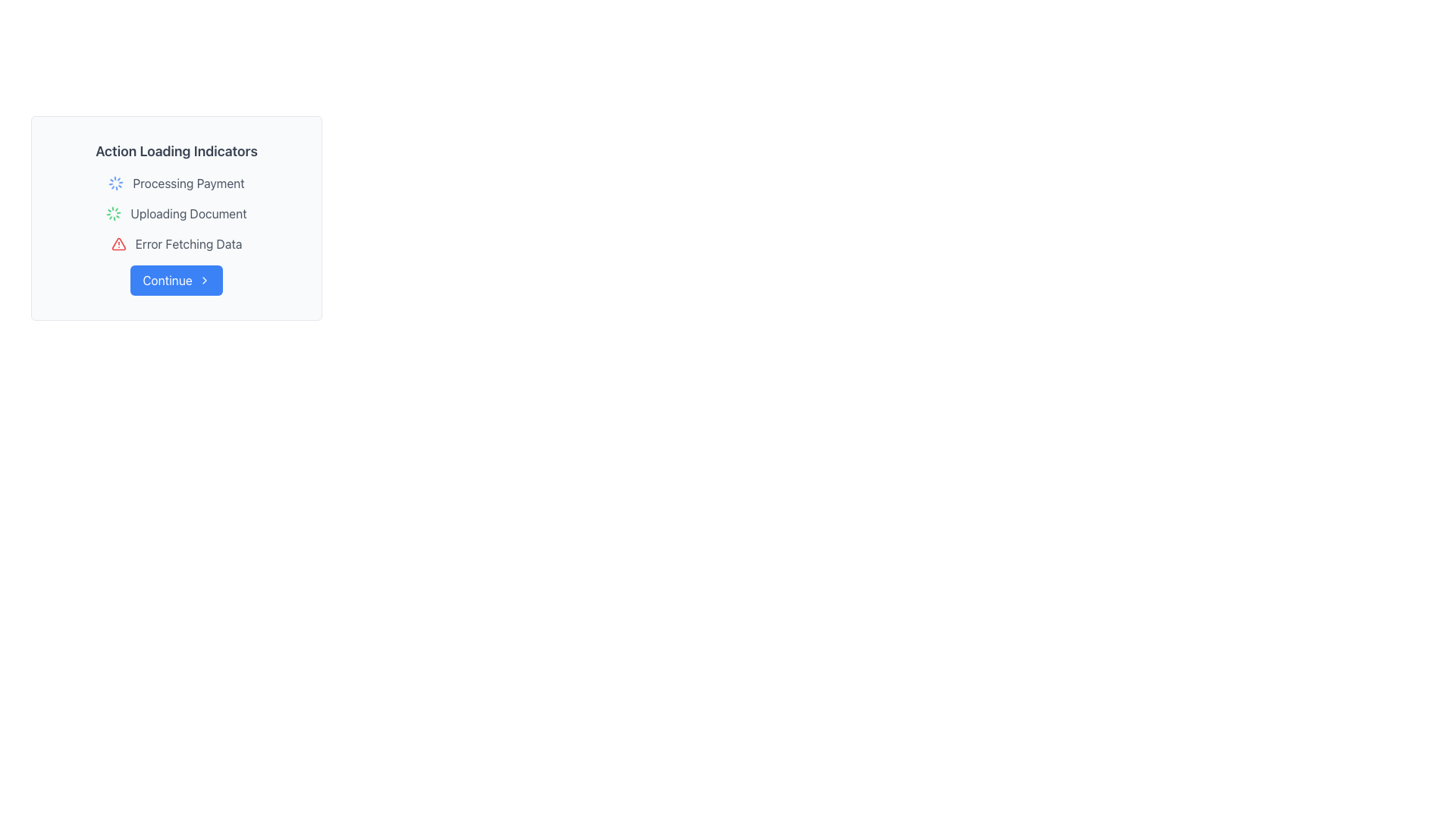 This screenshot has width=1456, height=819. Describe the element at coordinates (118, 243) in the screenshot. I see `the alert icon indicating an error state for the 'Error Fetching Data' message, located to the left of the corresponding text in the 'Action Loading Indicators' section` at that location.